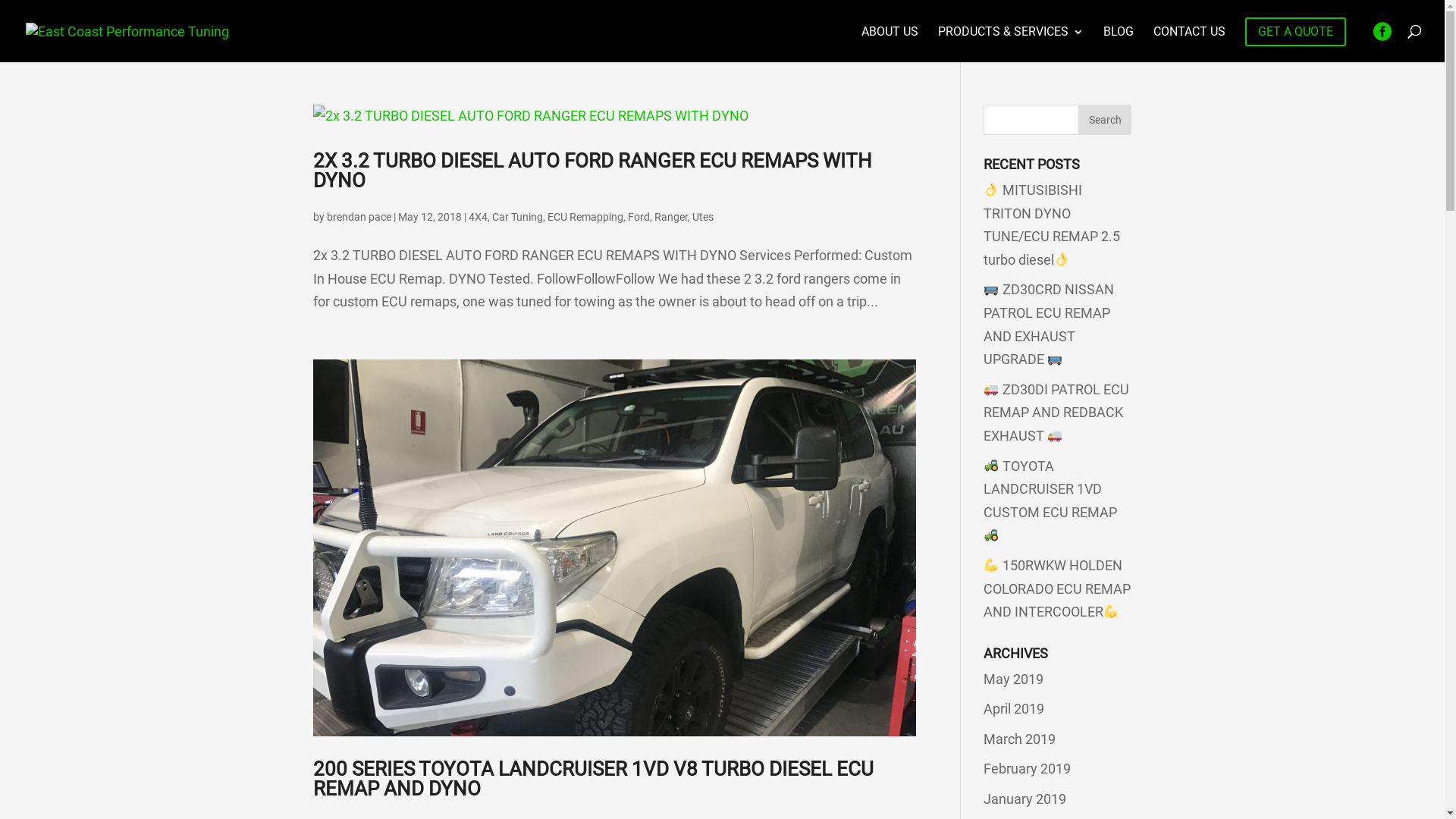 This screenshot has width=1456, height=819. What do you see at coordinates (983, 587) in the screenshot?
I see `'150RWKW HOLDEN COLORADO ECU REMAP AND INTERCOOLER'` at bounding box center [983, 587].